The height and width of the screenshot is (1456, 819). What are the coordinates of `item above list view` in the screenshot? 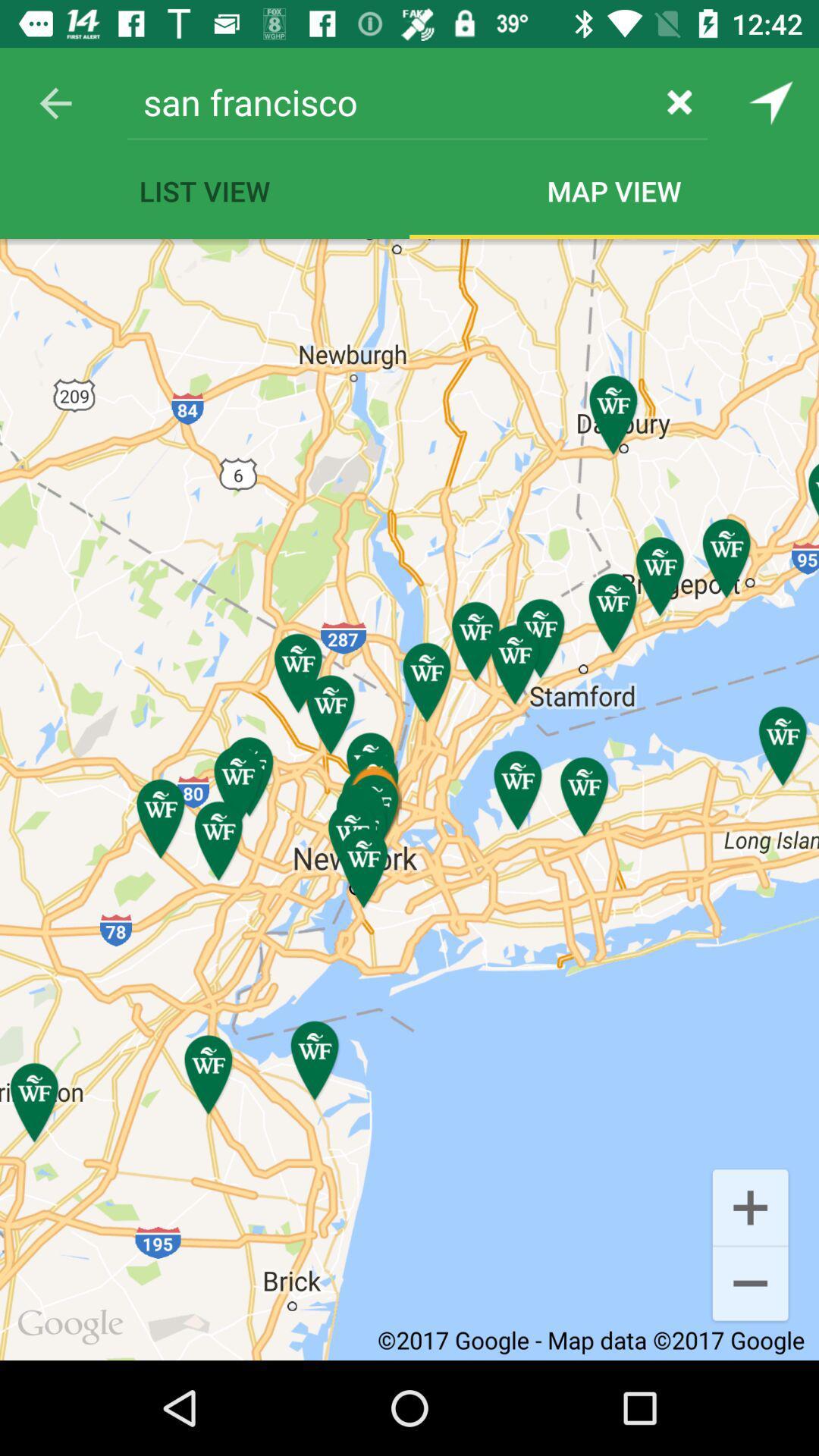 It's located at (388, 101).